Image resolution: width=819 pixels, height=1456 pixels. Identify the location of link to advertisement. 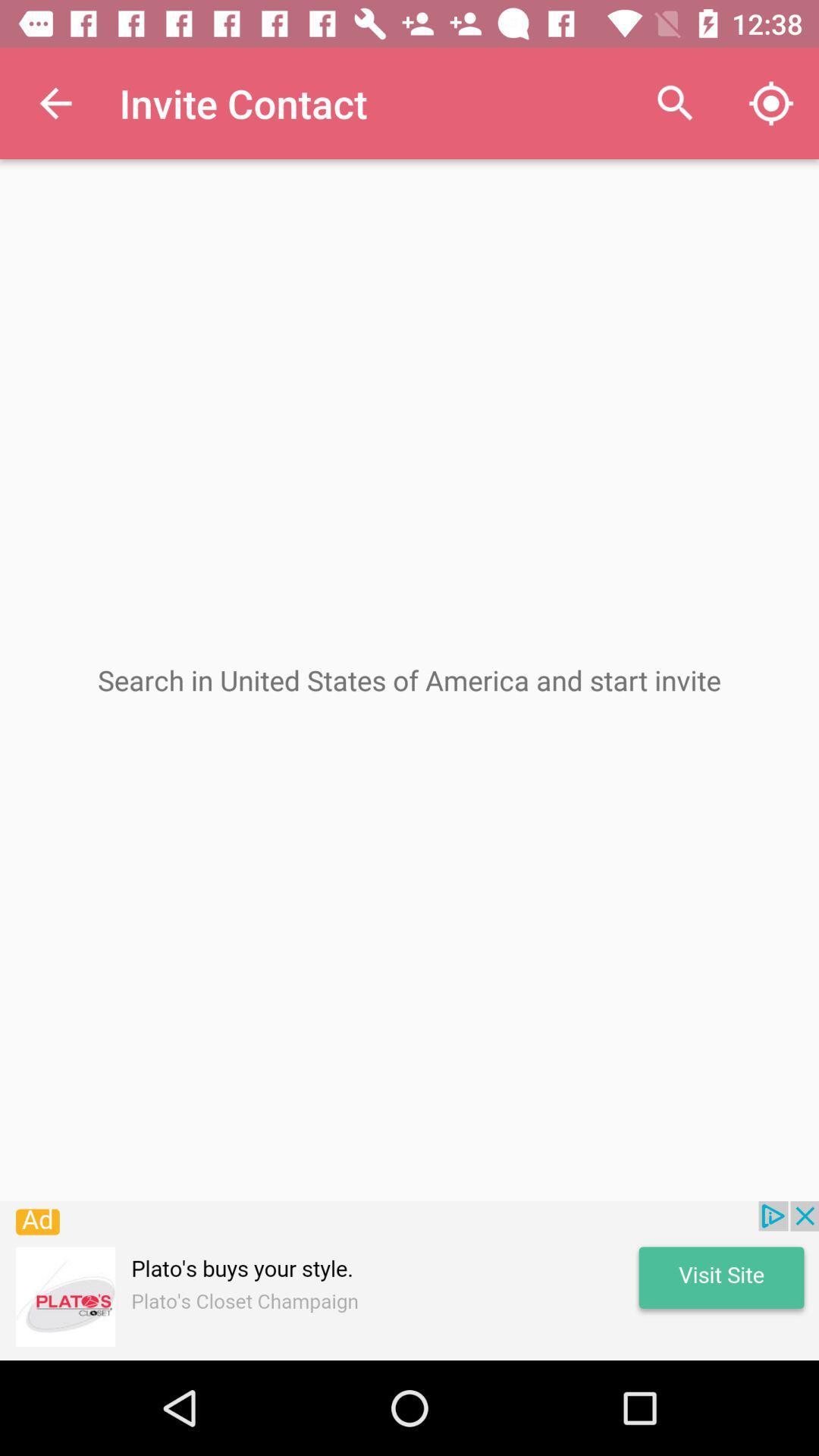
(409, 1280).